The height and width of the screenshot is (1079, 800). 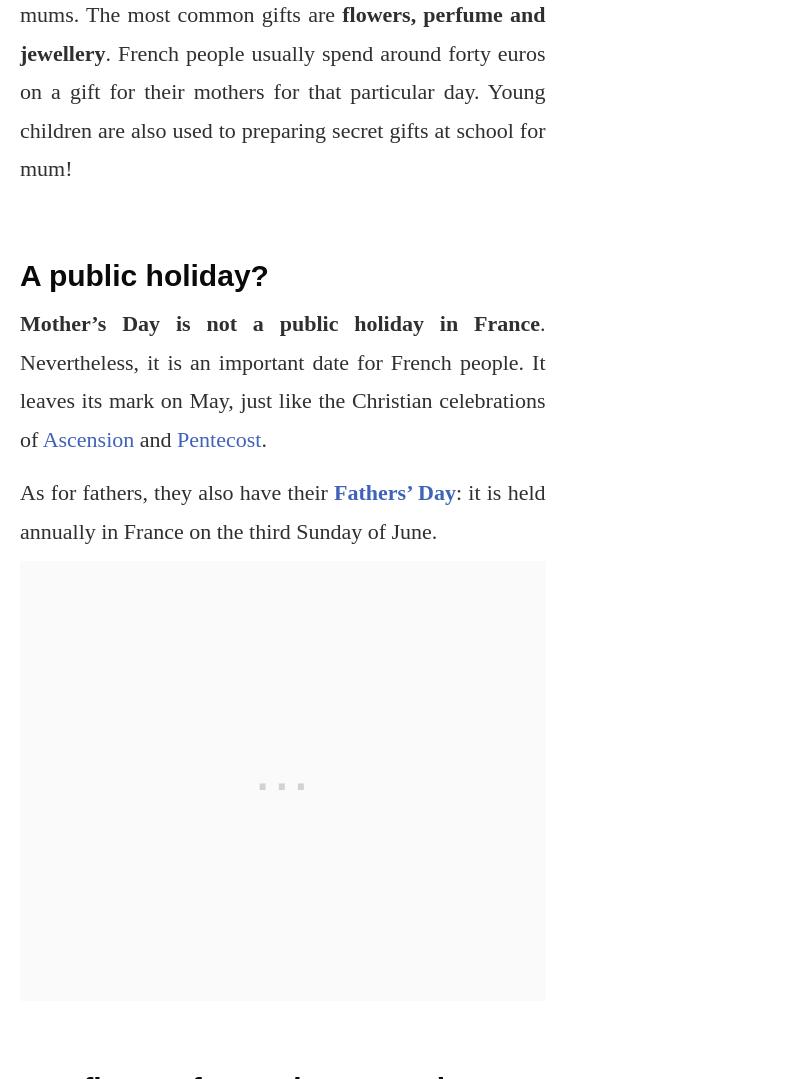 What do you see at coordinates (20, 491) in the screenshot?
I see `'As for fathers, they also have their'` at bounding box center [20, 491].